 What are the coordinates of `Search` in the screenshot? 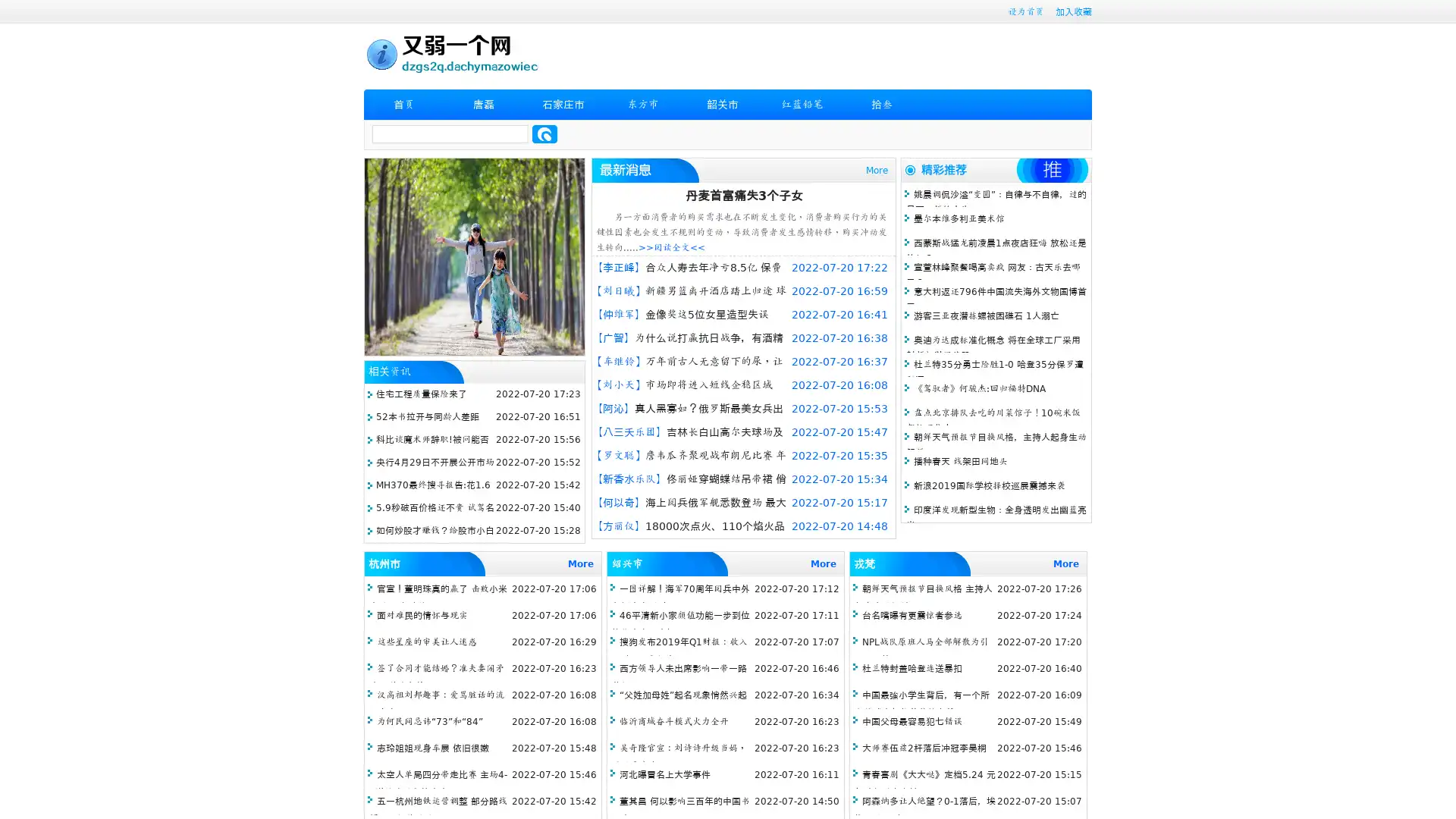 It's located at (544, 133).